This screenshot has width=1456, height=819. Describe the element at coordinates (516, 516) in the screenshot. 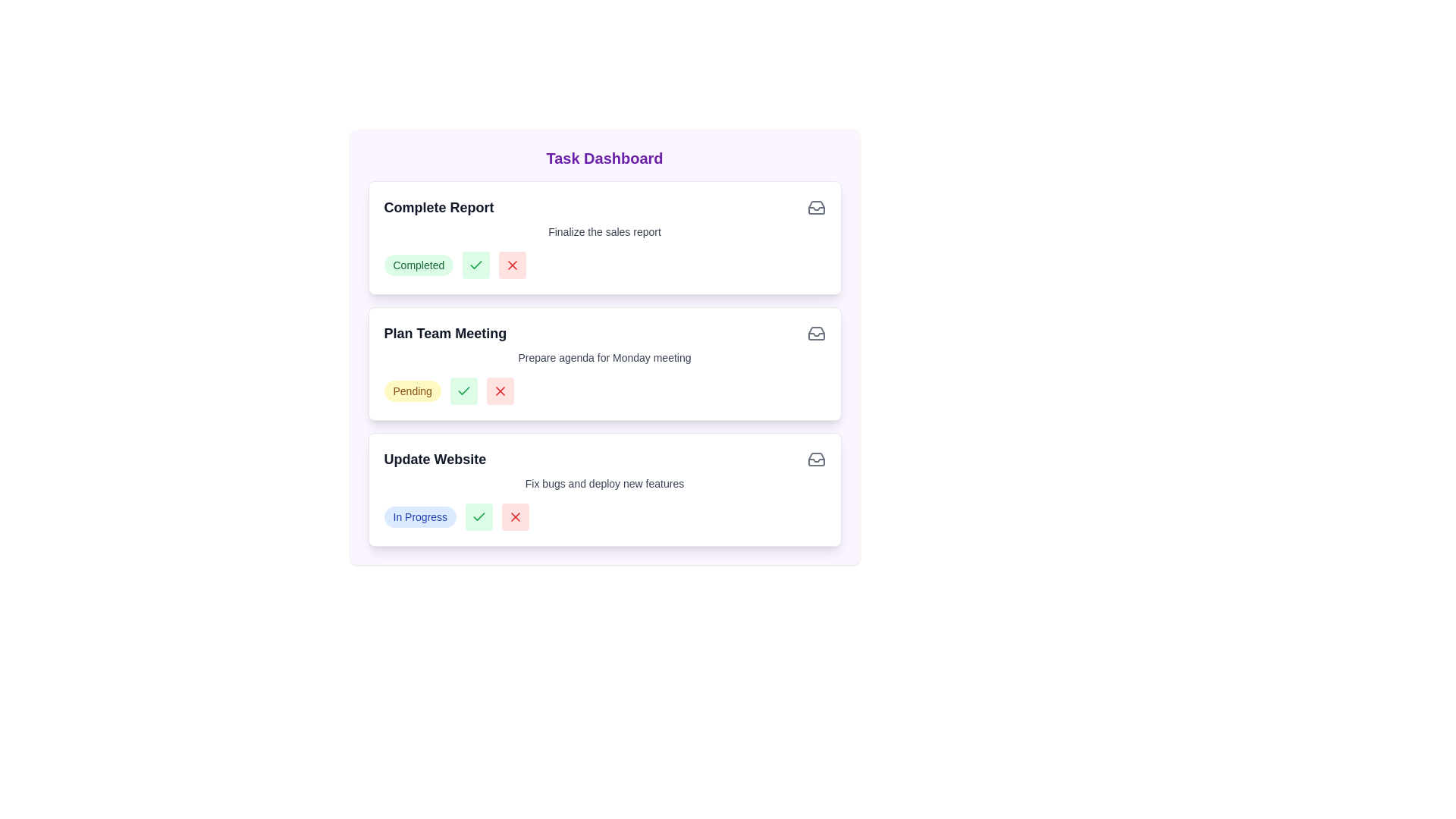

I see `'X' button corresponding to the task with title 'Update Website' to set its status to 'Cancelled'` at that location.